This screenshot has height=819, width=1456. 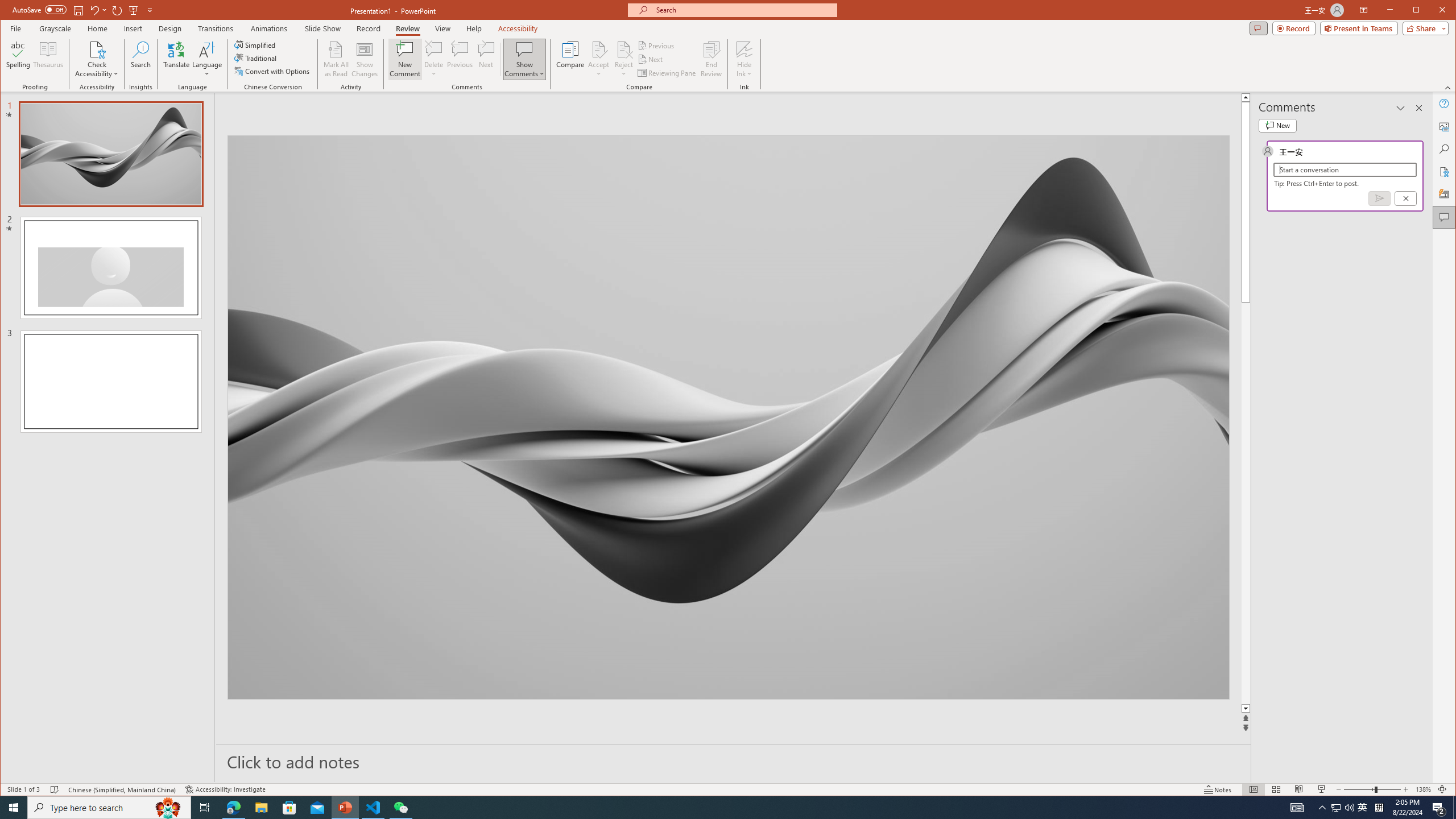 I want to click on 'Translate', so click(x=176, y=59).